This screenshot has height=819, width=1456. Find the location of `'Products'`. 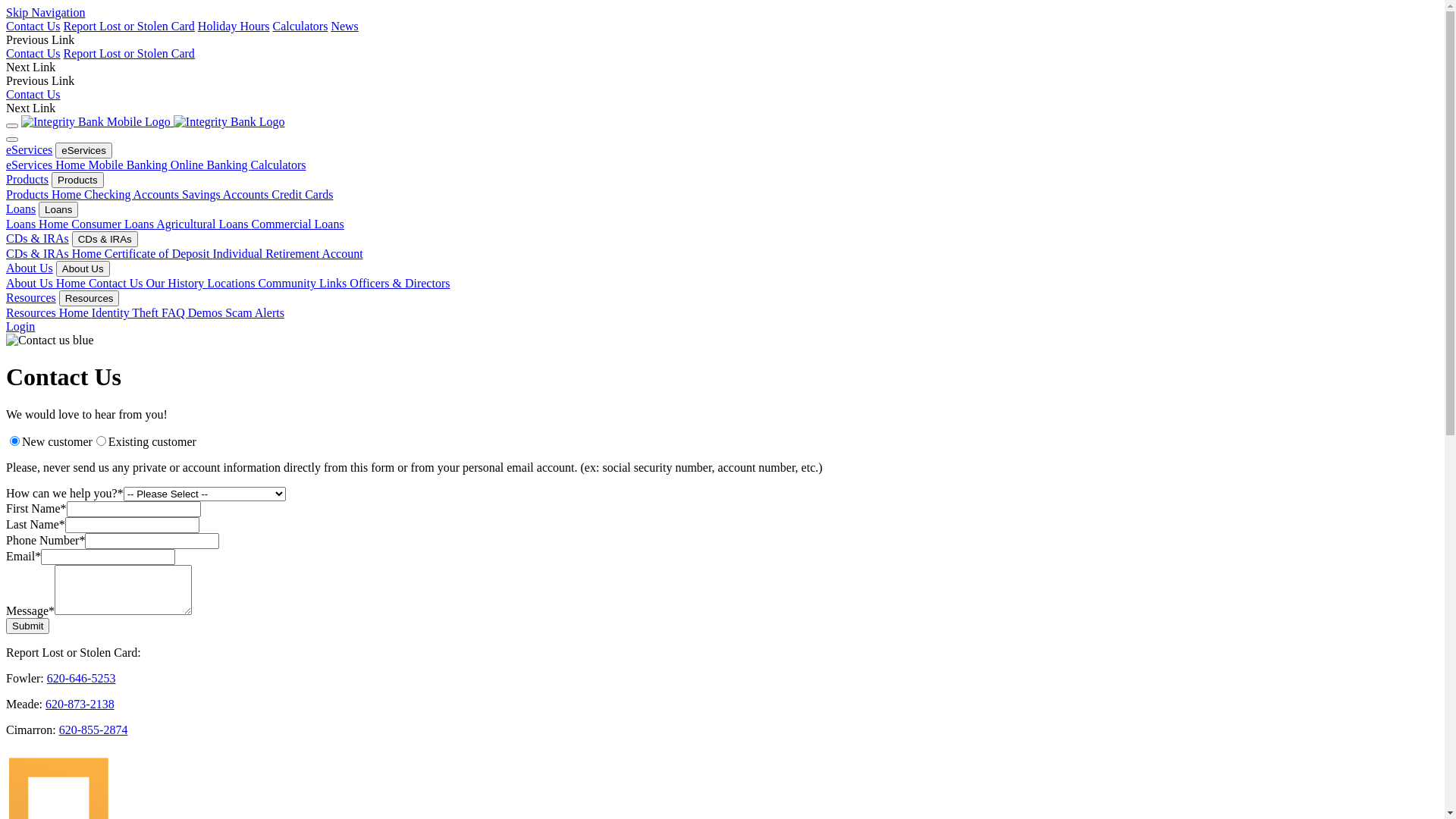

'Products' is located at coordinates (77, 179).